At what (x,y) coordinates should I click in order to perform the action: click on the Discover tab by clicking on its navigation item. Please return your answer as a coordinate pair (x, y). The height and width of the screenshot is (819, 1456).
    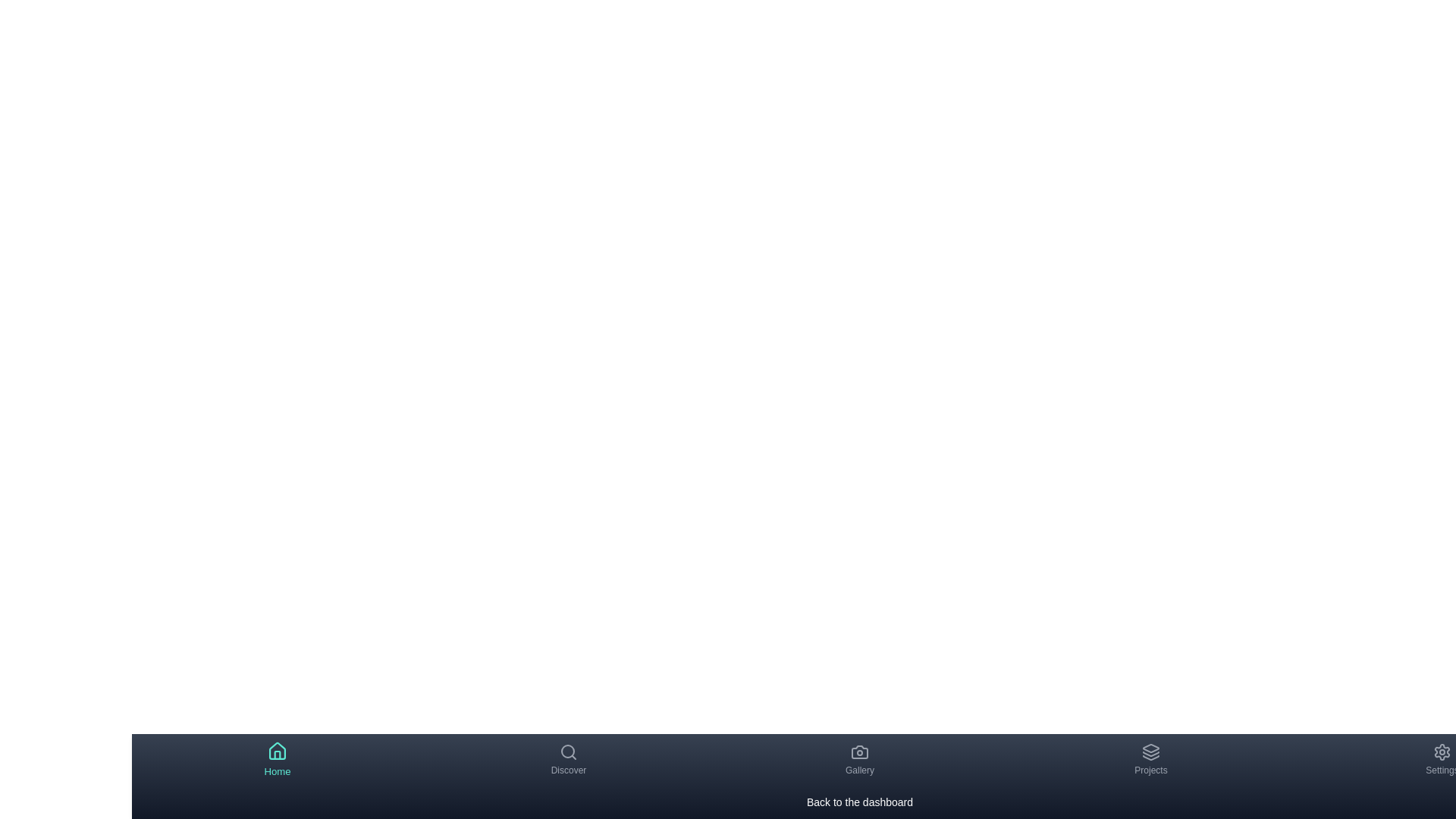
    Looking at the image, I should click on (567, 760).